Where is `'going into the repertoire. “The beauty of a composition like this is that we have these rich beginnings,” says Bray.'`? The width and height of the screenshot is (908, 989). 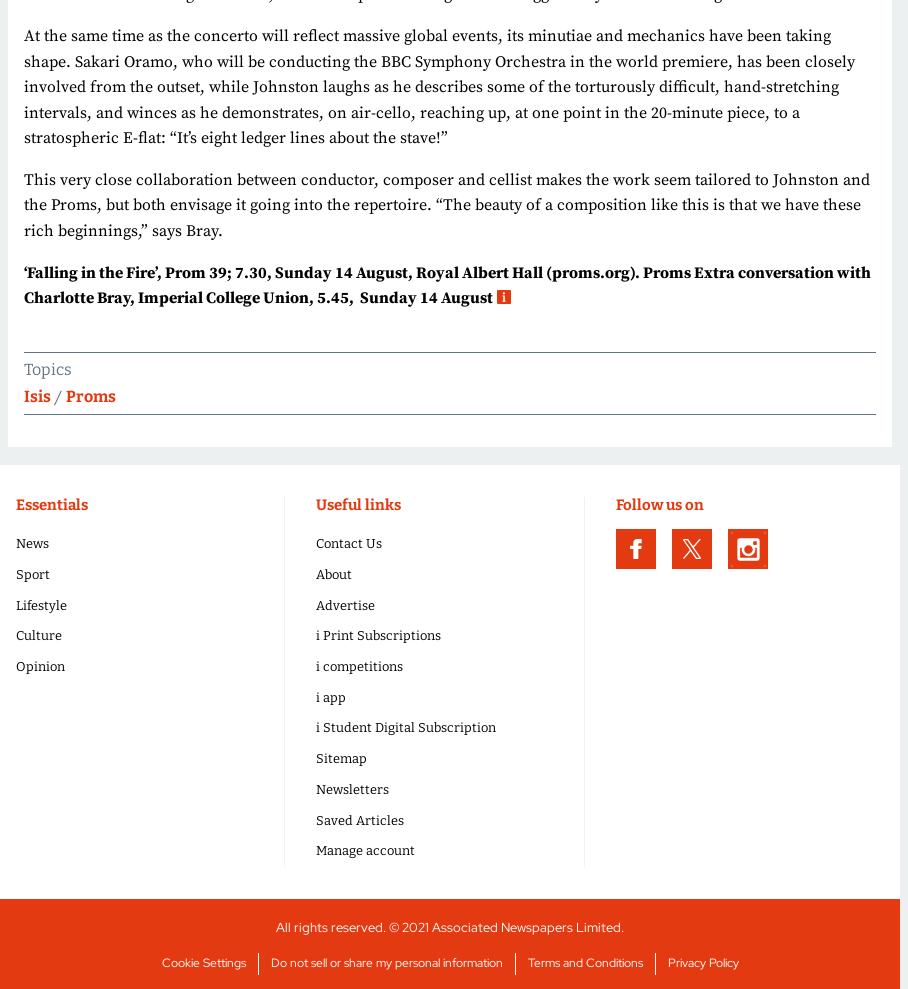
'going into the repertoire. “The beauty of a composition like this is that we have these rich beginnings,” says Bray.' is located at coordinates (22, 217).